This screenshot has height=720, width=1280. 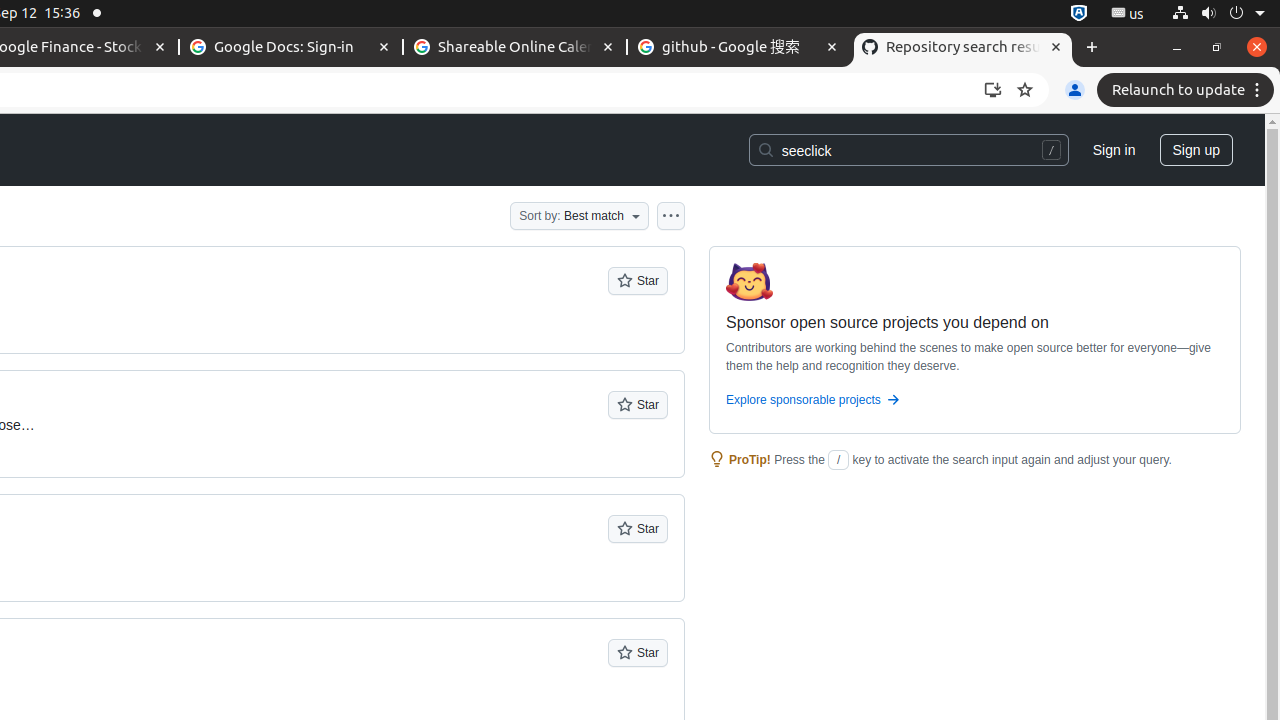 What do you see at coordinates (514, 46) in the screenshot?
I see `'Shareable Online Calendar and Scheduling - Google Calendar - Memory usage - 88.4 MB'` at bounding box center [514, 46].